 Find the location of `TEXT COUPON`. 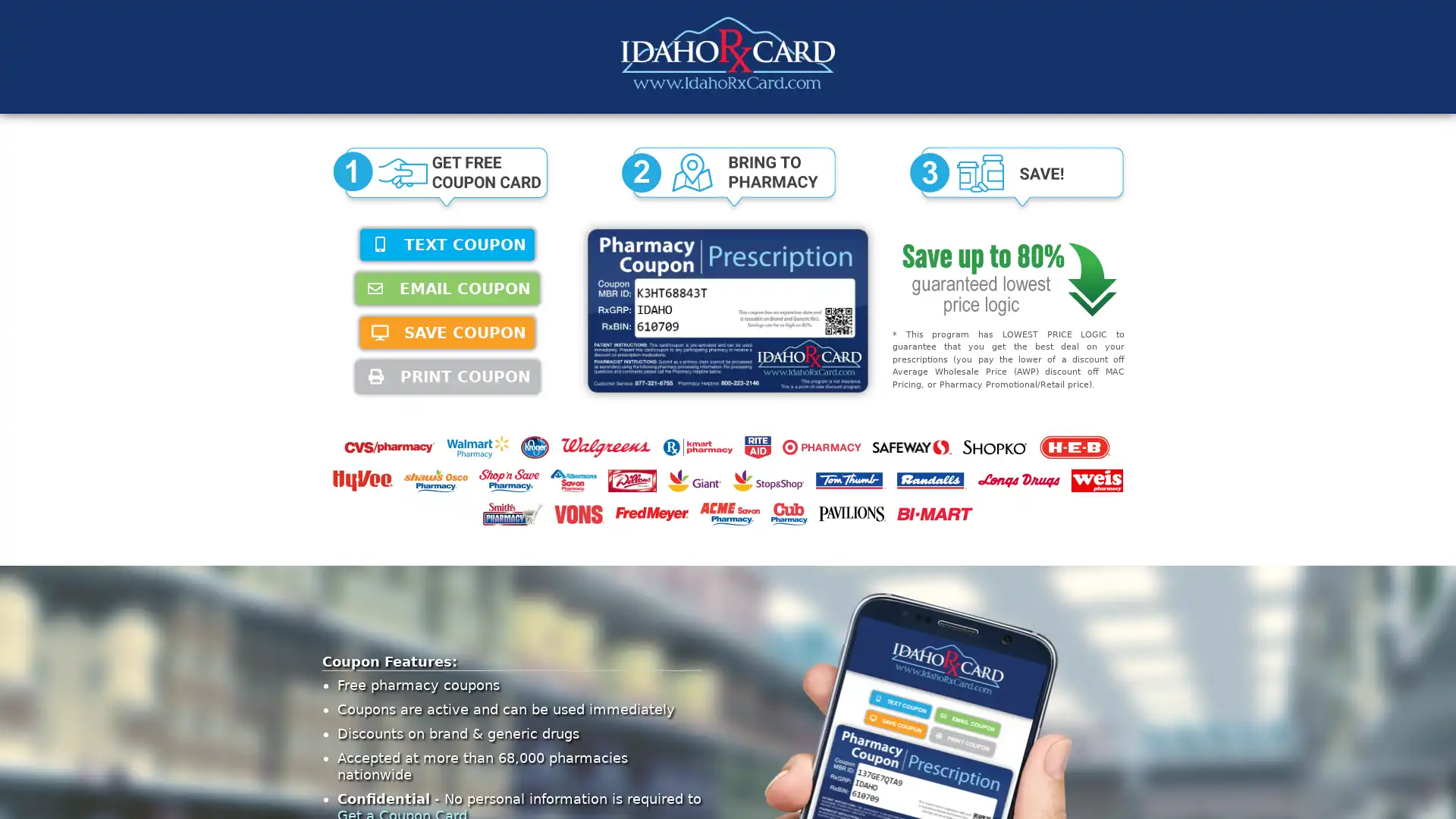

TEXT COUPON is located at coordinates (447, 244).